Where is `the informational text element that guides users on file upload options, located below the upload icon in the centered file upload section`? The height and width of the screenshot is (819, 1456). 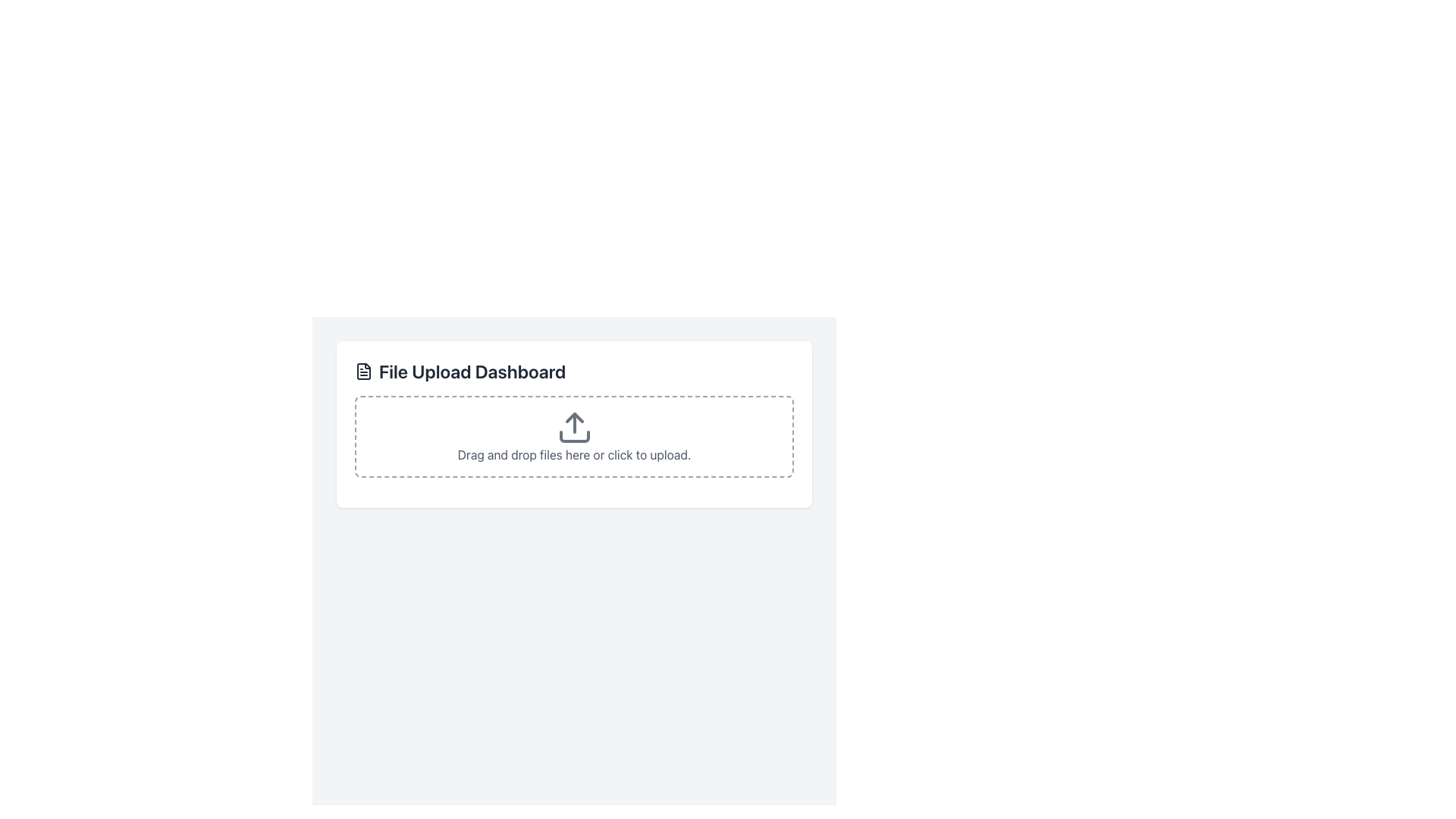
the informational text element that guides users on file upload options, located below the upload icon in the centered file upload section is located at coordinates (573, 454).